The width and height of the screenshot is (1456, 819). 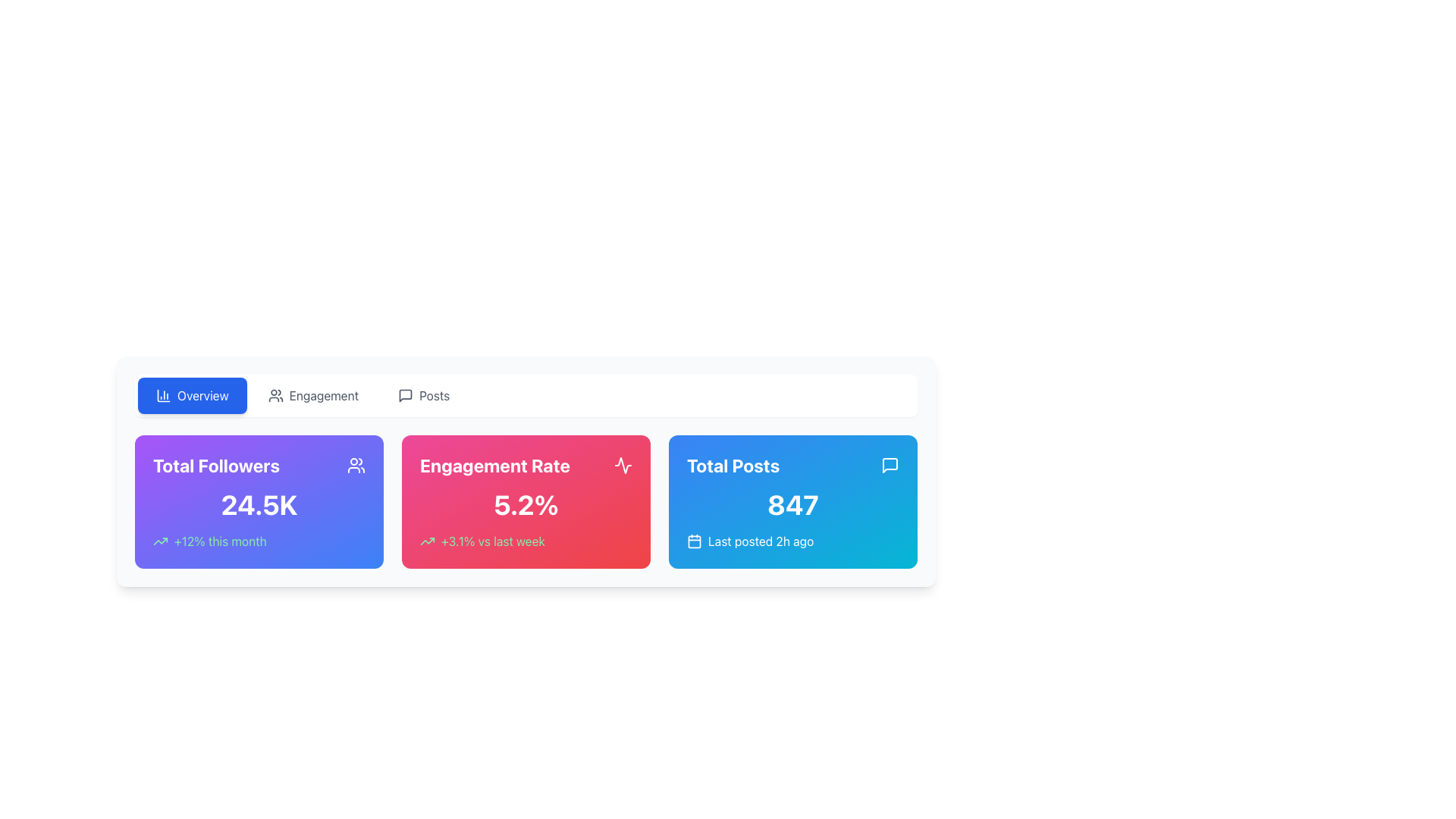 What do you see at coordinates (623, 464) in the screenshot?
I see `the decorative icon located in the top-right corner of the 'Engagement Rate' card, which represents activity or trends related to engagement` at bounding box center [623, 464].